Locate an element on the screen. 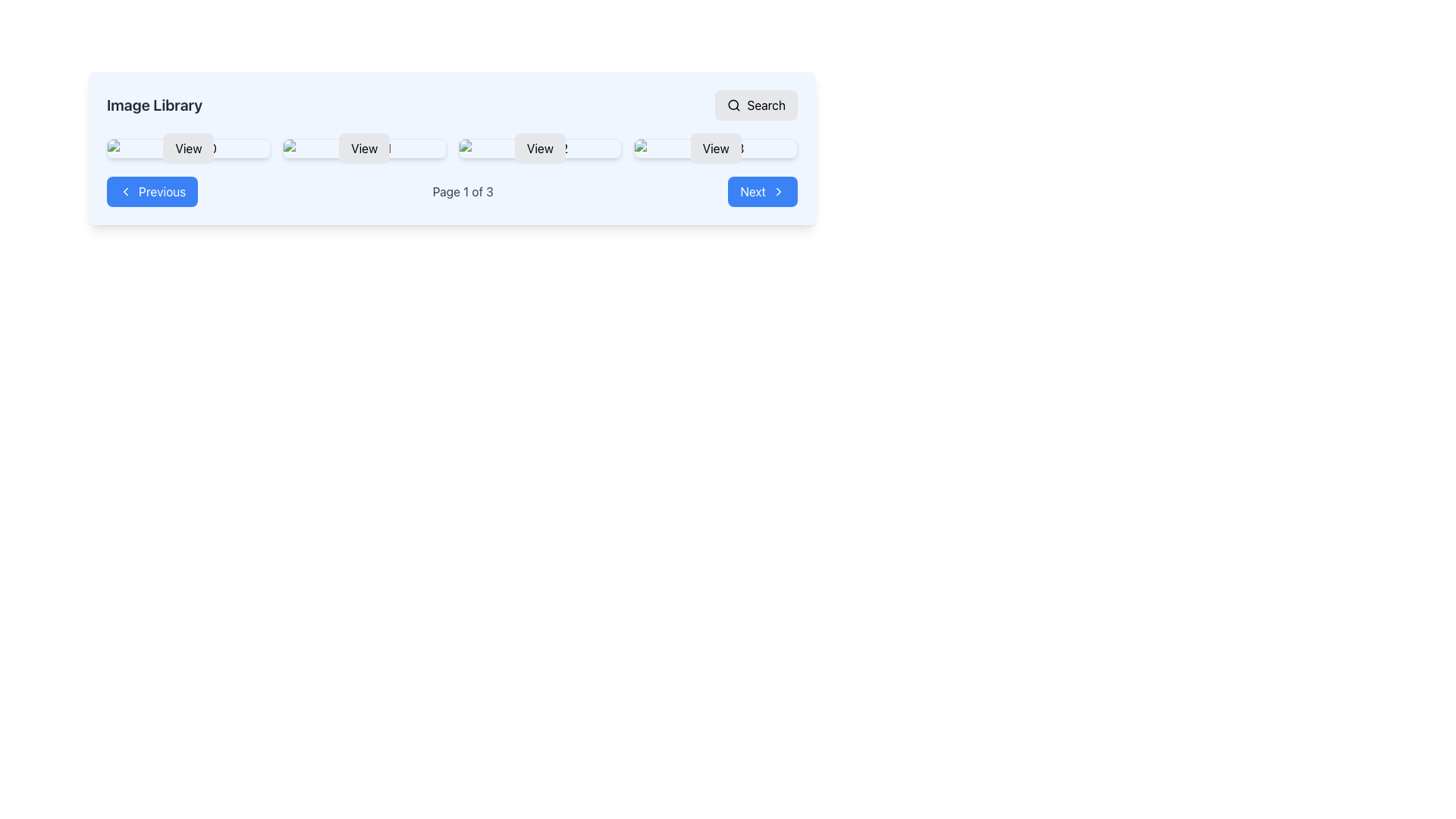  the 'Previous' text label on the blue rectangular button located in the navigation panel labeled 'Image Library' is located at coordinates (162, 191).